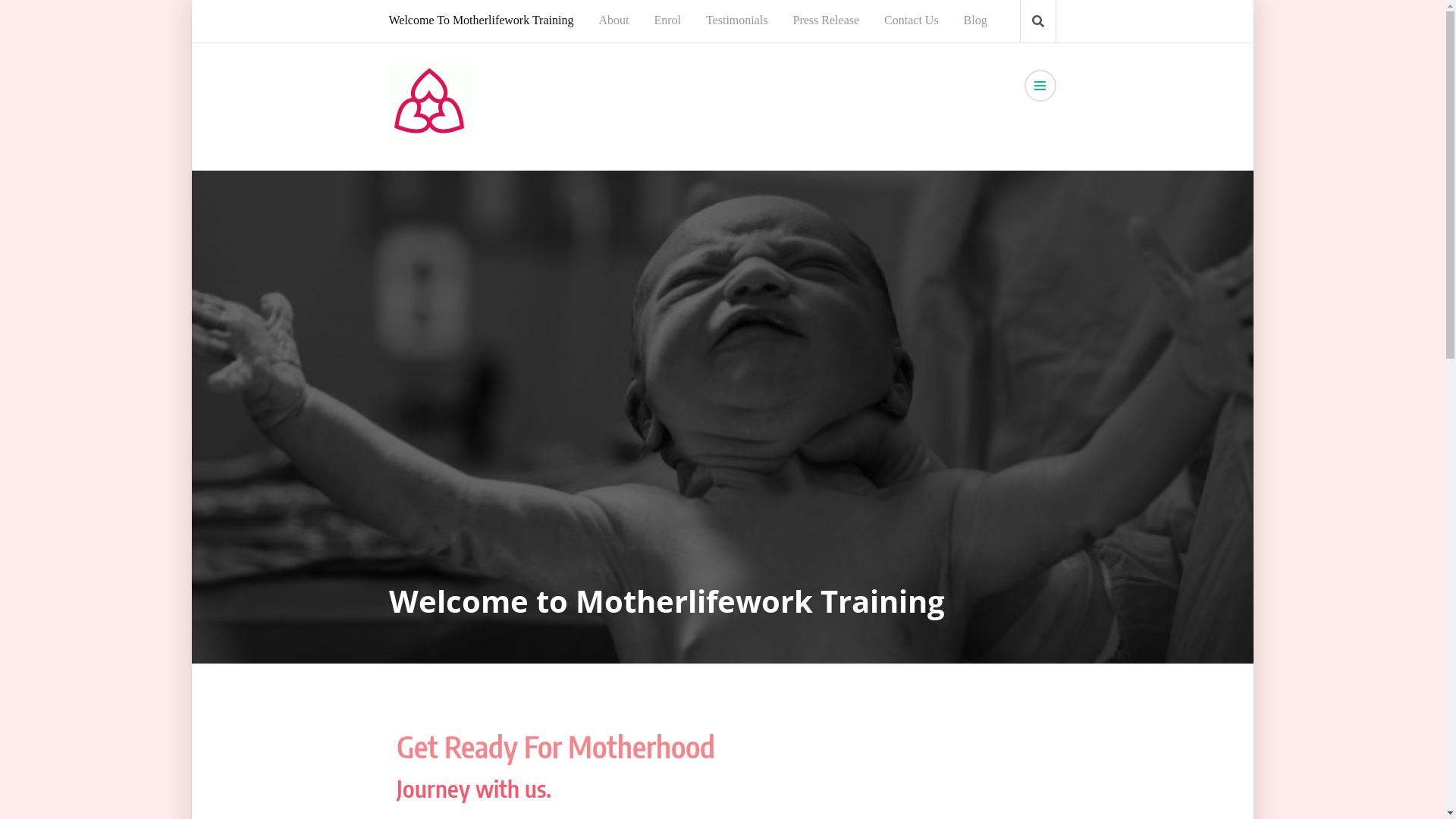 This screenshot has height=819, width=1456. I want to click on 'Welcome To Motherlifework Training', so click(486, 20).